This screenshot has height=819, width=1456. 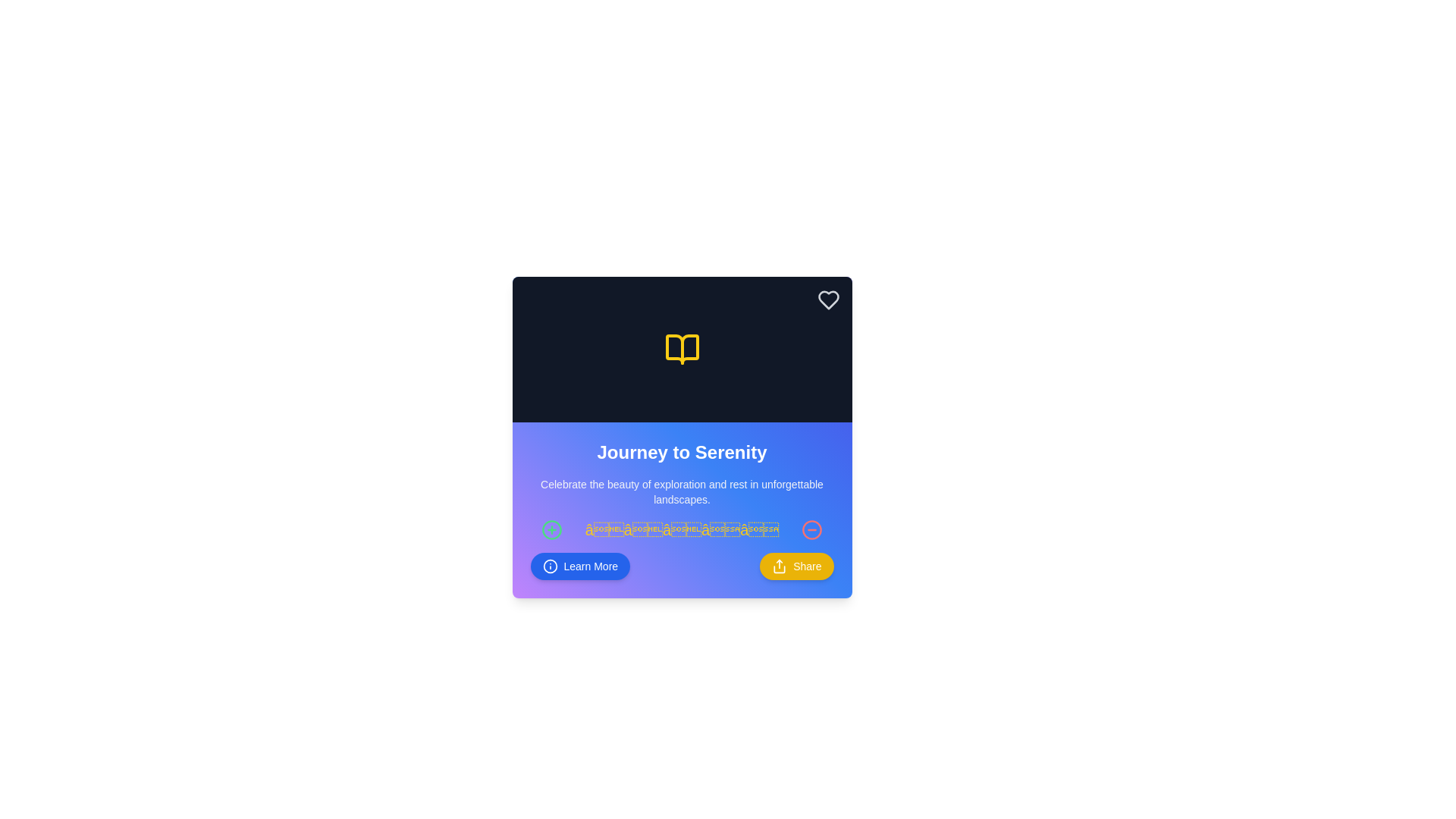 What do you see at coordinates (681, 491) in the screenshot?
I see `the descriptive tagline element located below the main title 'Journey to Serenity', which enhances the contextual appeal of the title` at bounding box center [681, 491].